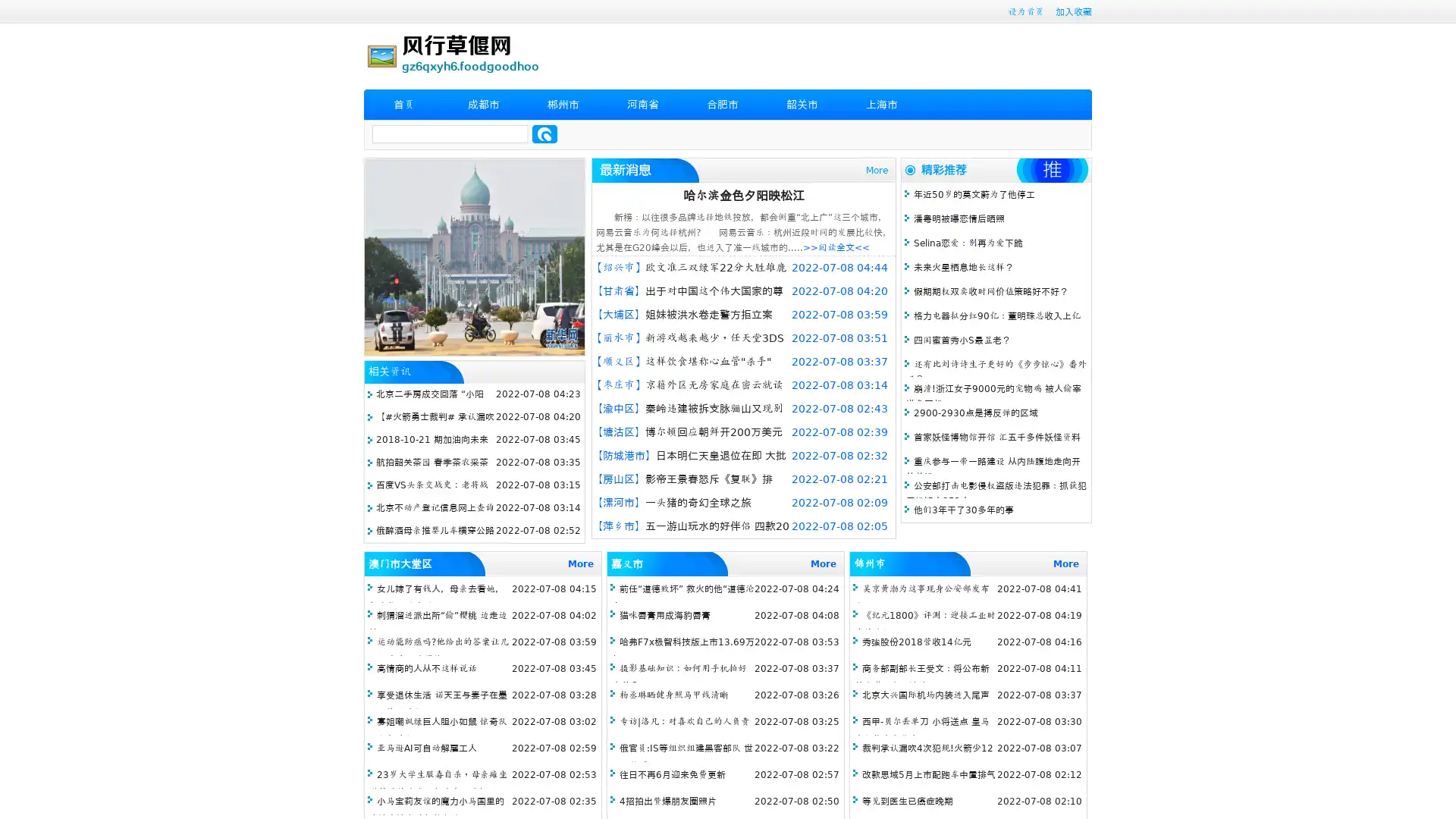  Describe the element at coordinates (544, 133) in the screenshot. I see `Search` at that location.